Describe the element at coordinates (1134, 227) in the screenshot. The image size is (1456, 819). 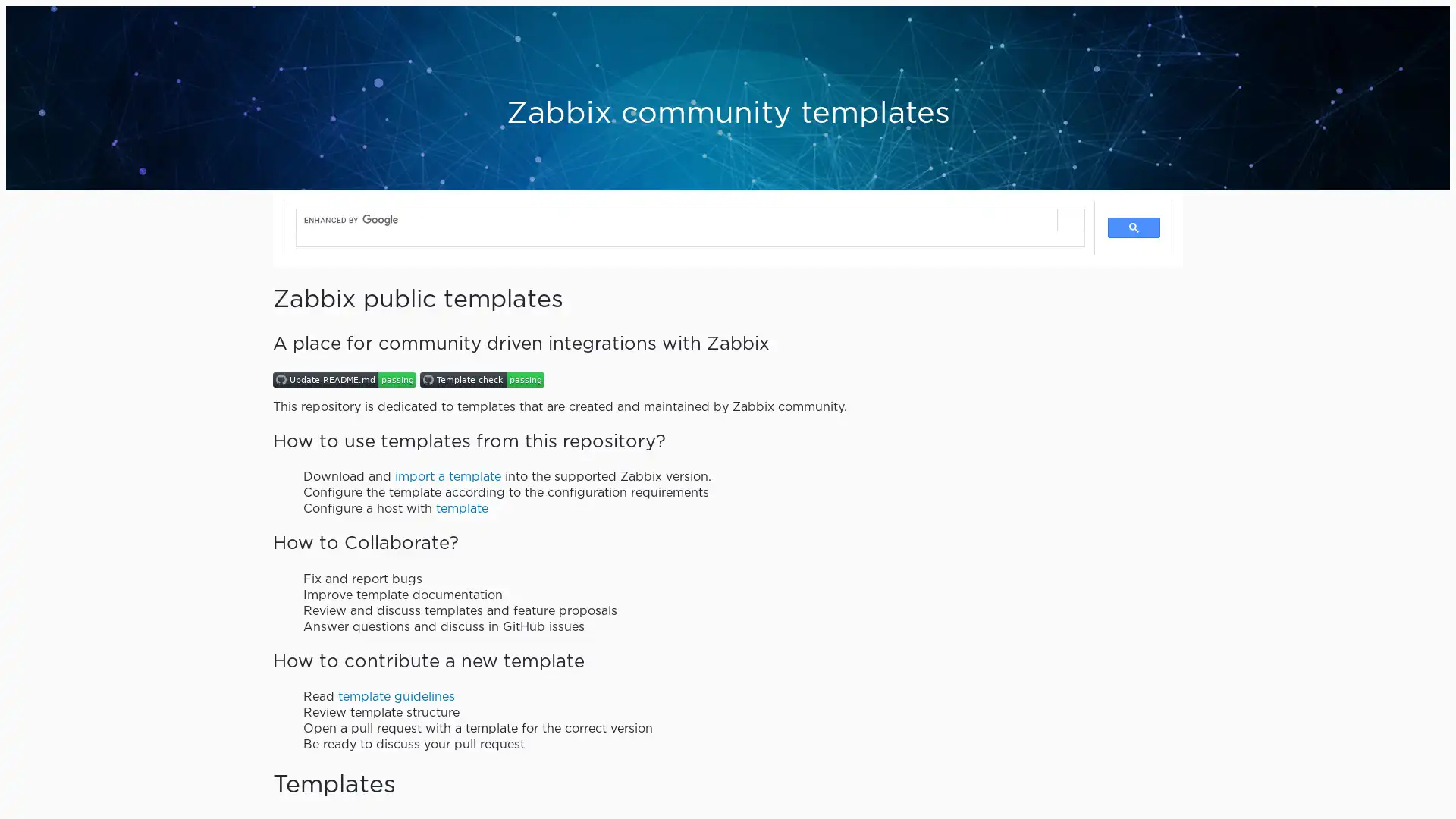
I see `search` at that location.